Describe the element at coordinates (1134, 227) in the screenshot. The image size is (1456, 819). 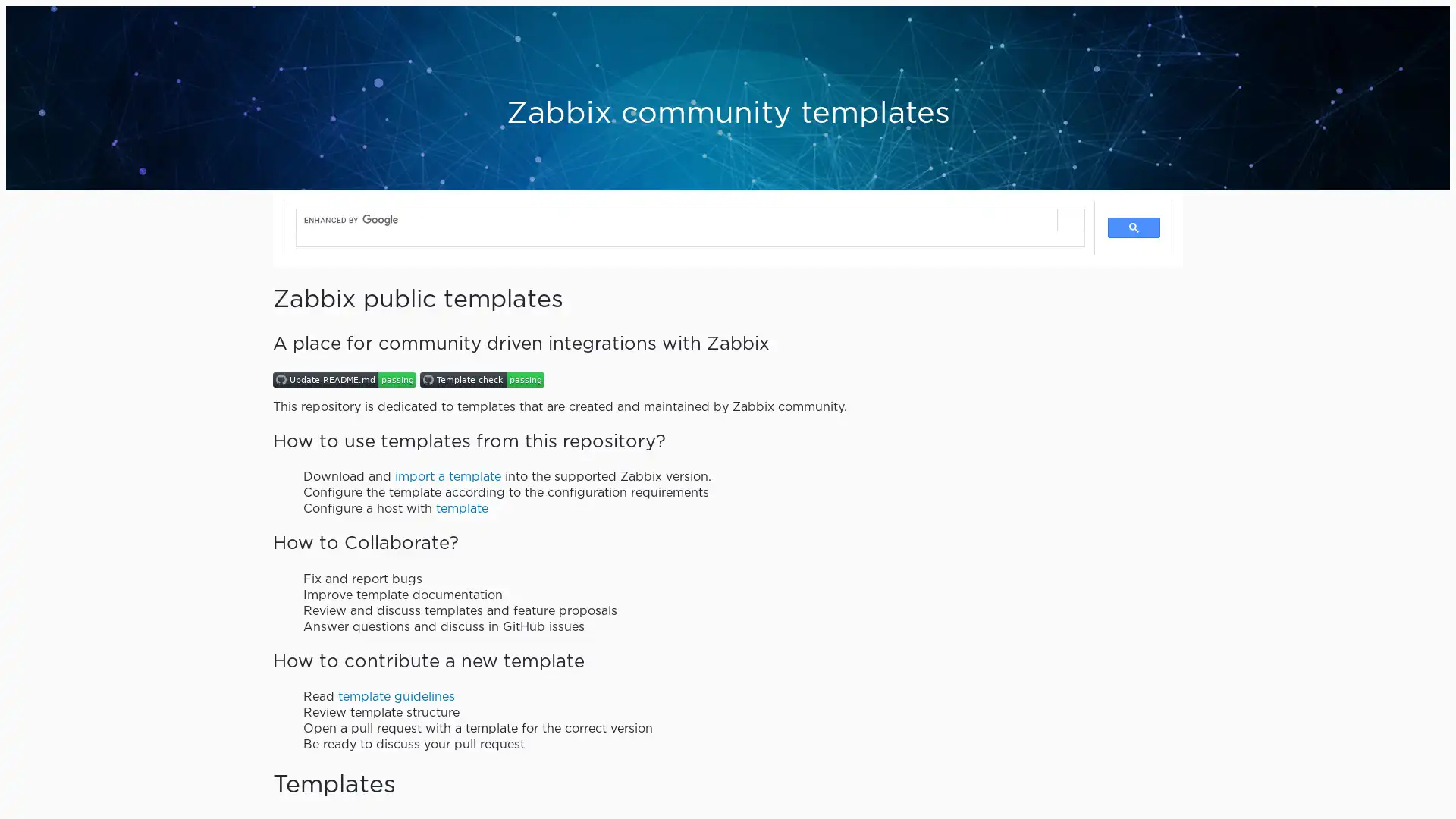
I see `search` at that location.